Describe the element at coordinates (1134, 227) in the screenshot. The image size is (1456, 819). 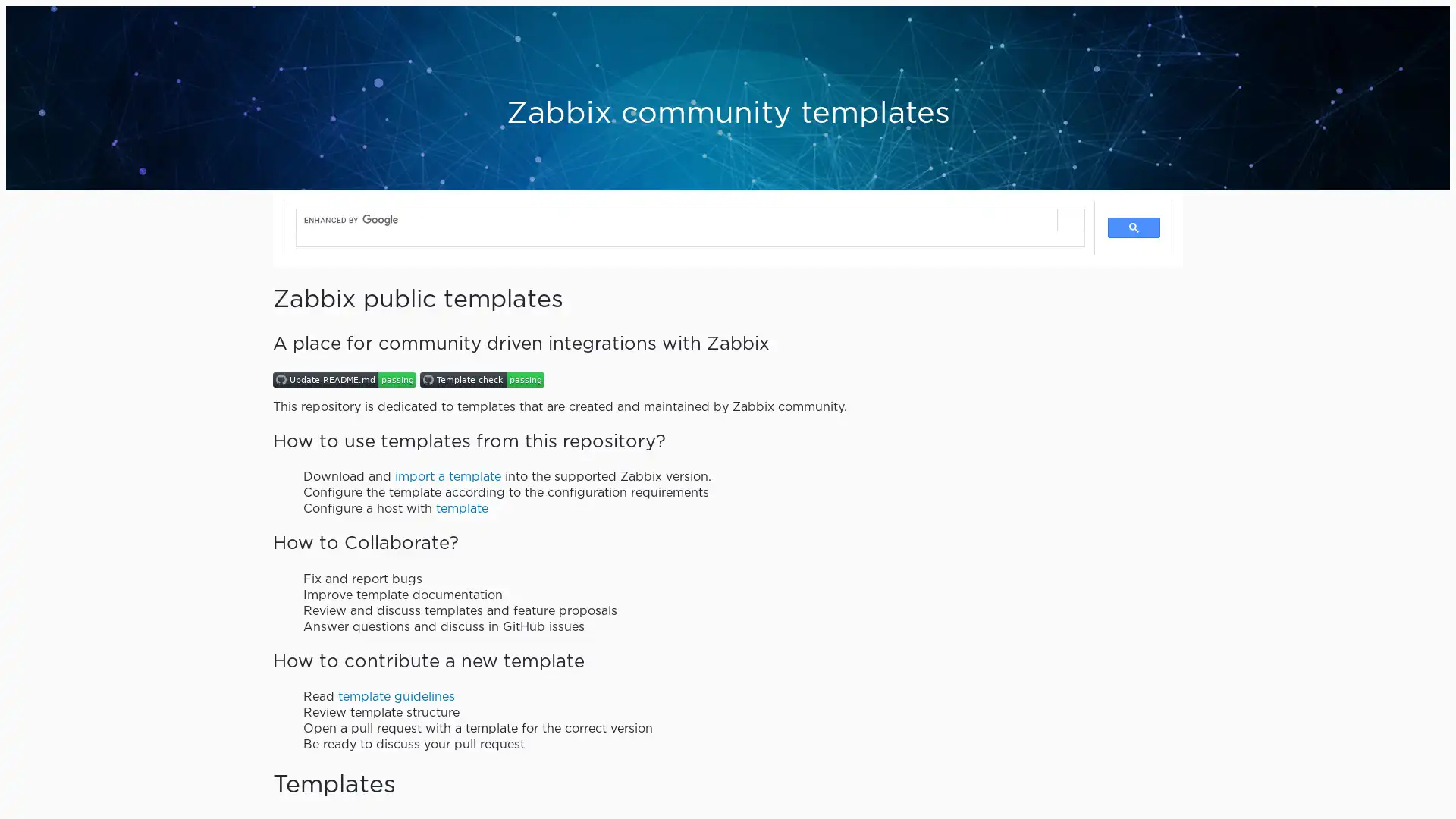
I see `search` at that location.